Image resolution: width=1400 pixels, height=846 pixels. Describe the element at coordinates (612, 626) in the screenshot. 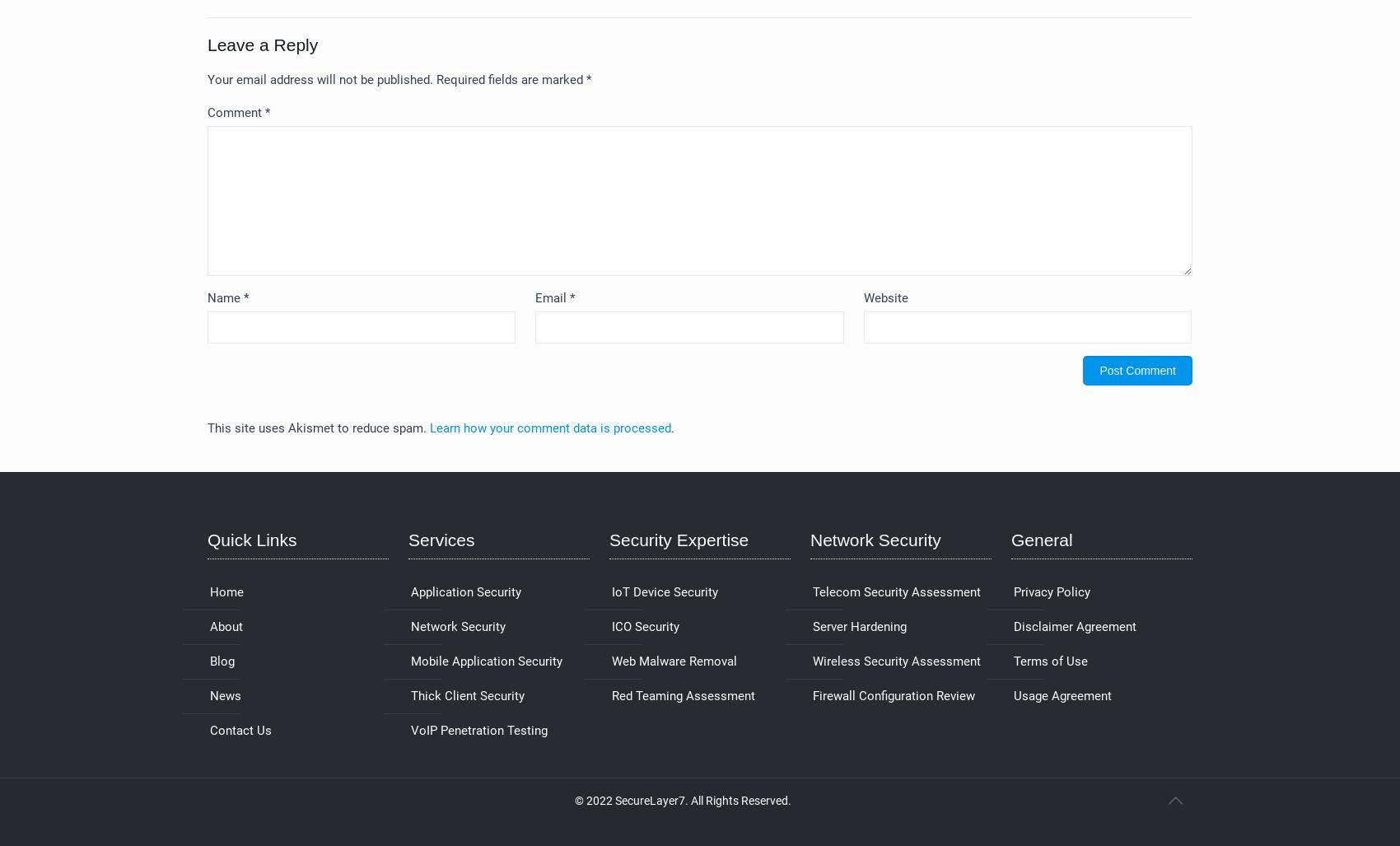

I see `'ICO Security'` at that location.